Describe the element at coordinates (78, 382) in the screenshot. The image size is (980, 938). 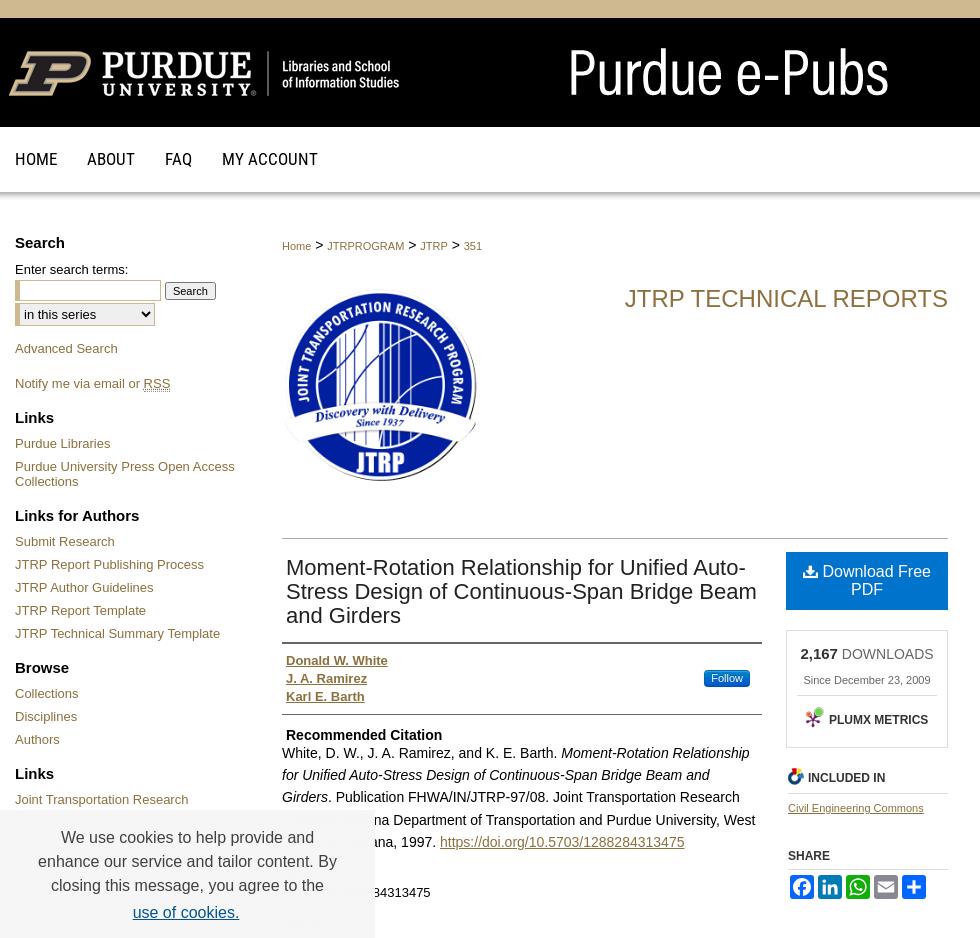
I see `'Notify me via email or'` at that location.